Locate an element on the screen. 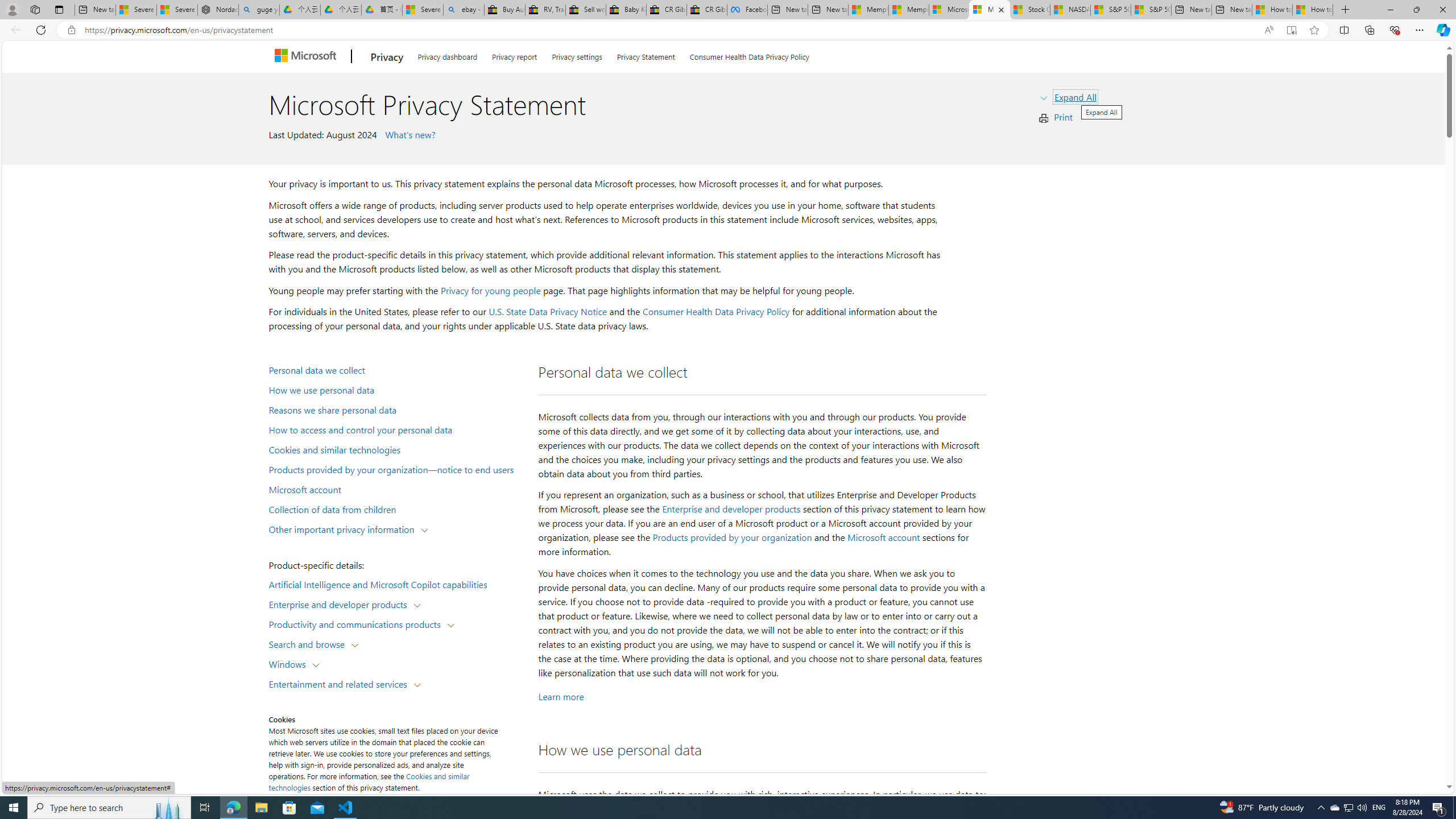  'Entertainment and related services' is located at coordinates (341, 682).